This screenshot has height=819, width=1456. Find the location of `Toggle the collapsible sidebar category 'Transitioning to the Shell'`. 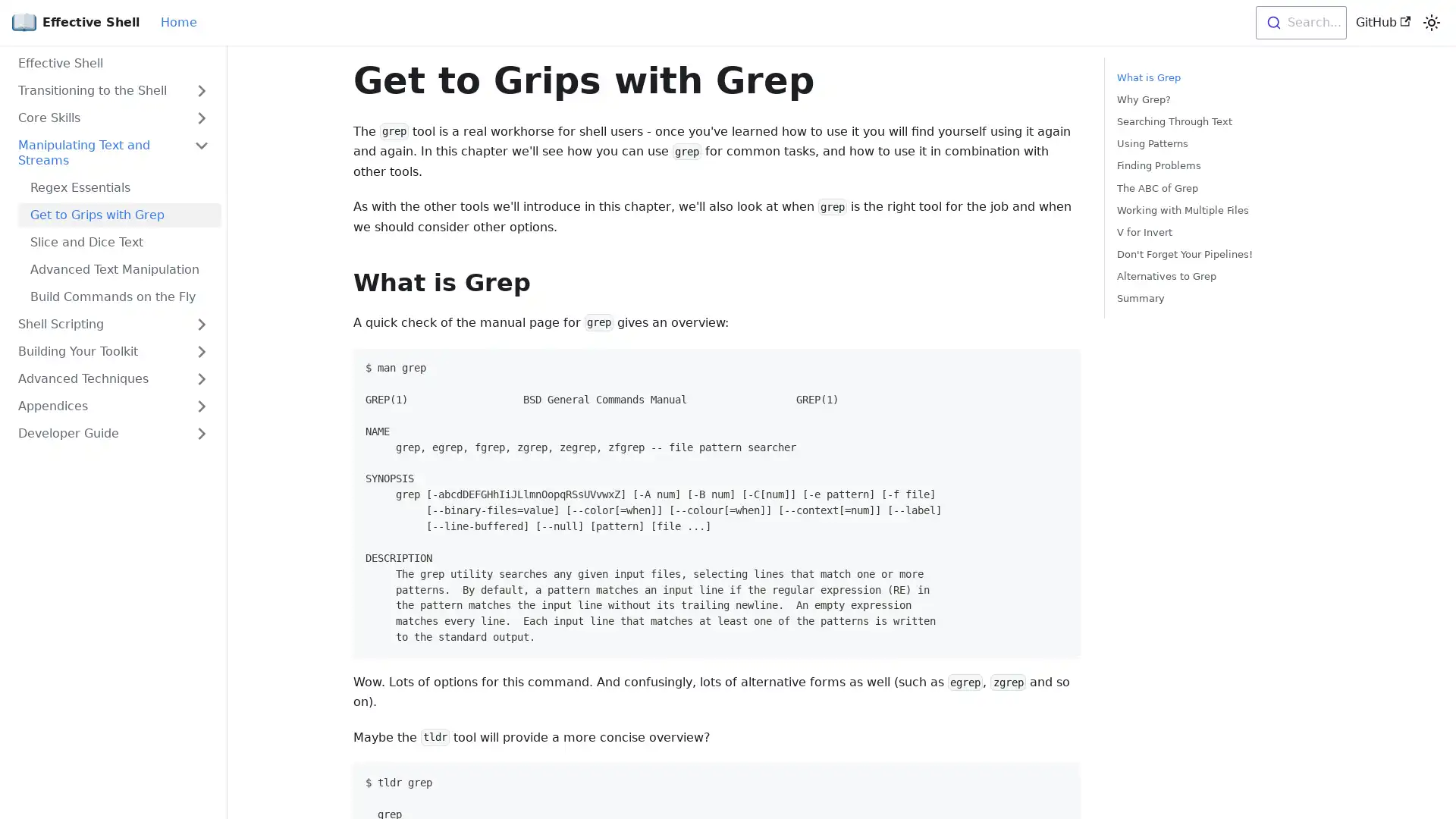

Toggle the collapsible sidebar category 'Transitioning to the Shell' is located at coordinates (200, 90).